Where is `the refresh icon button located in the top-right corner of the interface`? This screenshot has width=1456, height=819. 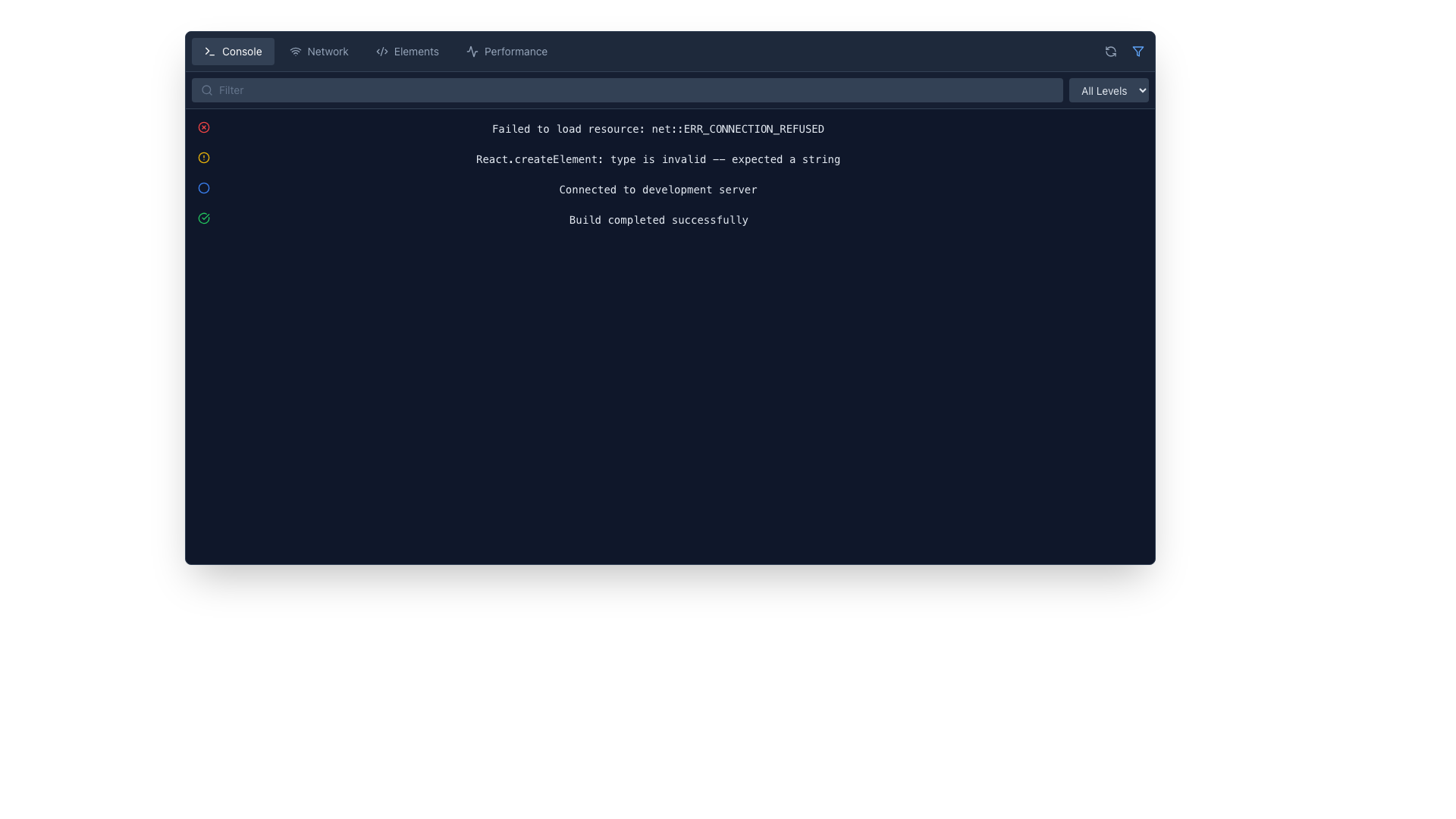
the refresh icon button located in the top-right corner of the interface is located at coordinates (1110, 51).